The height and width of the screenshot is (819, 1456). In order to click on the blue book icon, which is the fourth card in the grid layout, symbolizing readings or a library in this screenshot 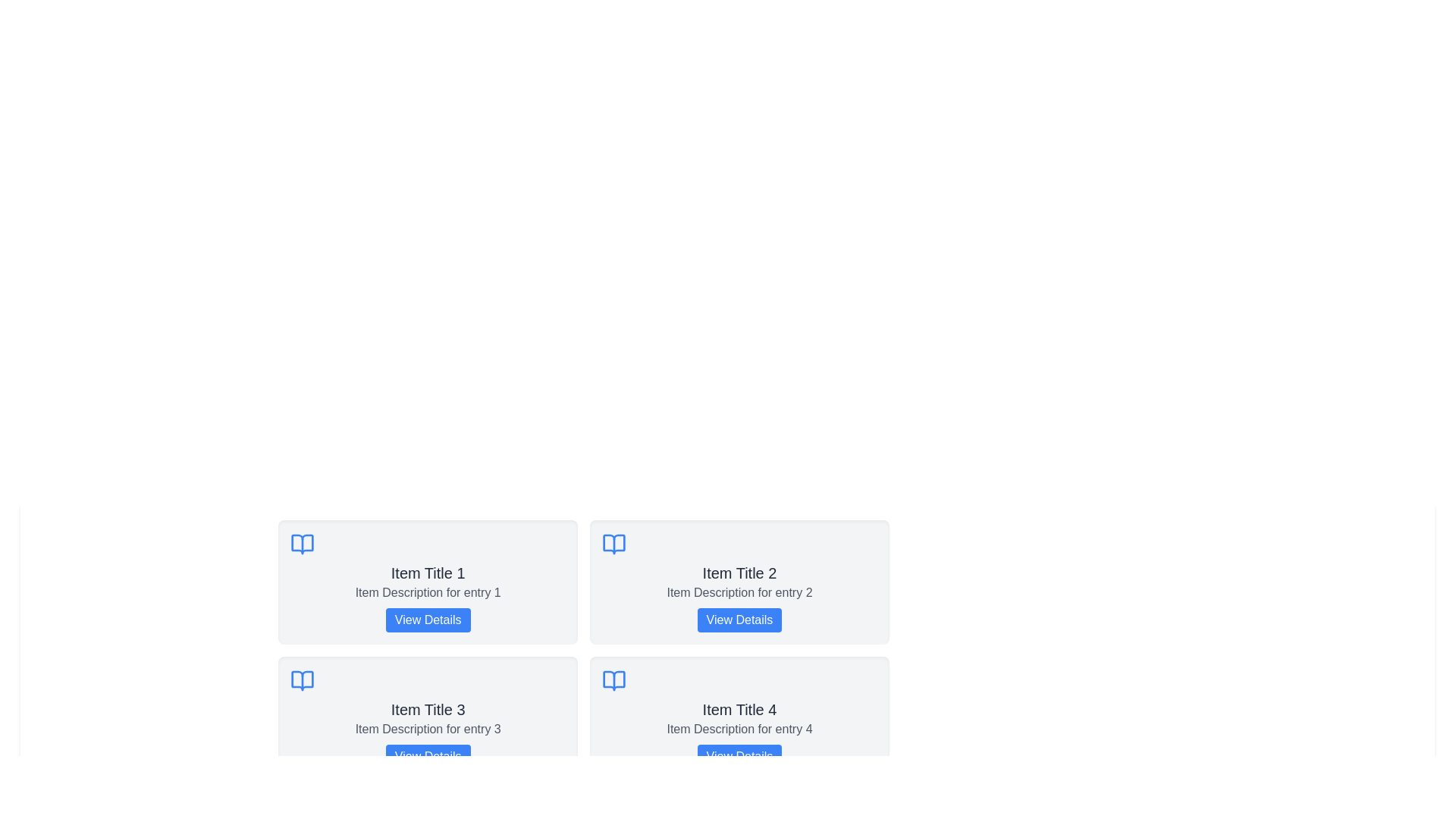, I will do `click(614, 680)`.